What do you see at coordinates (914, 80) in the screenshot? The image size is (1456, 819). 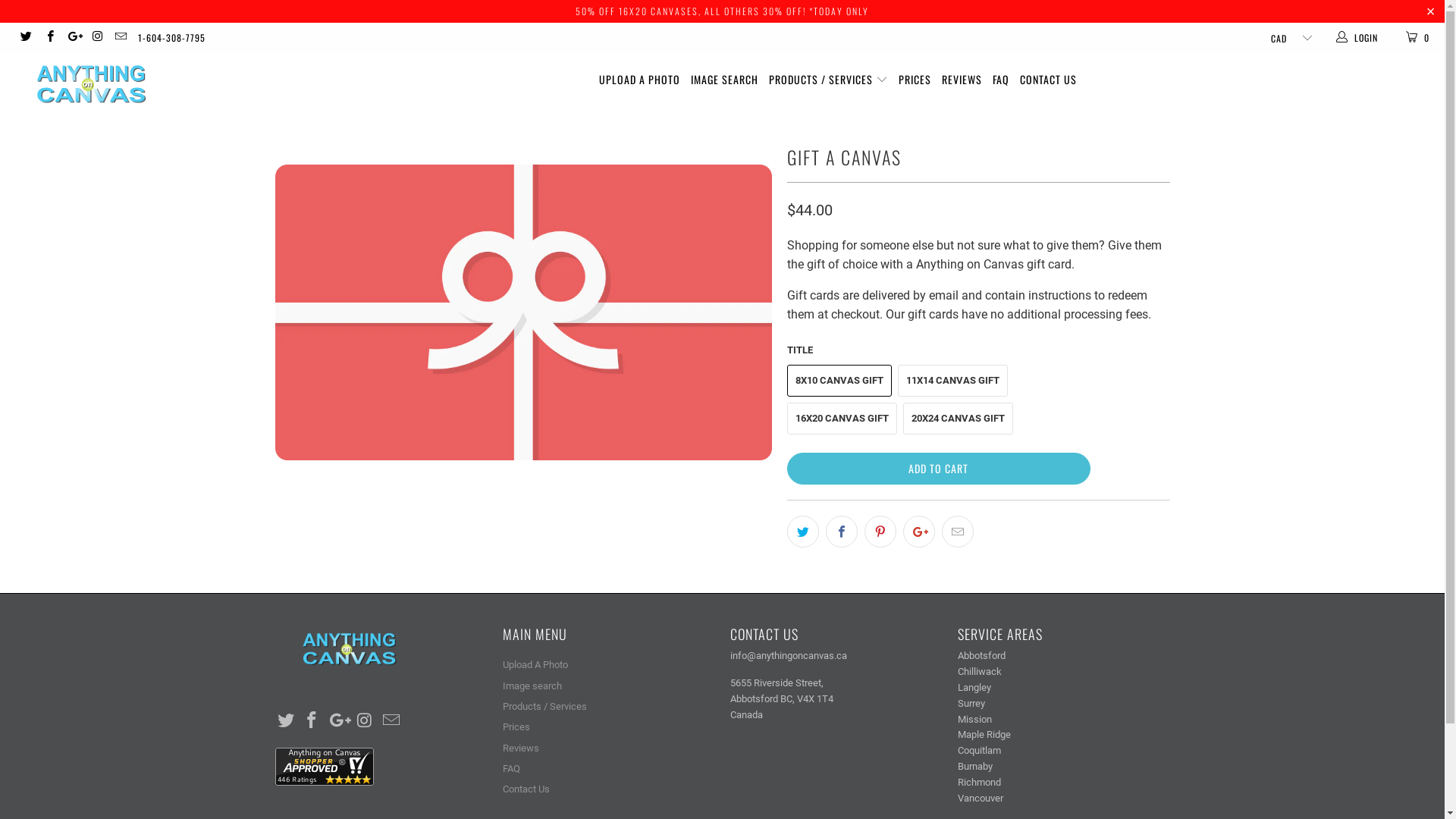 I see `'PRICES'` at bounding box center [914, 80].